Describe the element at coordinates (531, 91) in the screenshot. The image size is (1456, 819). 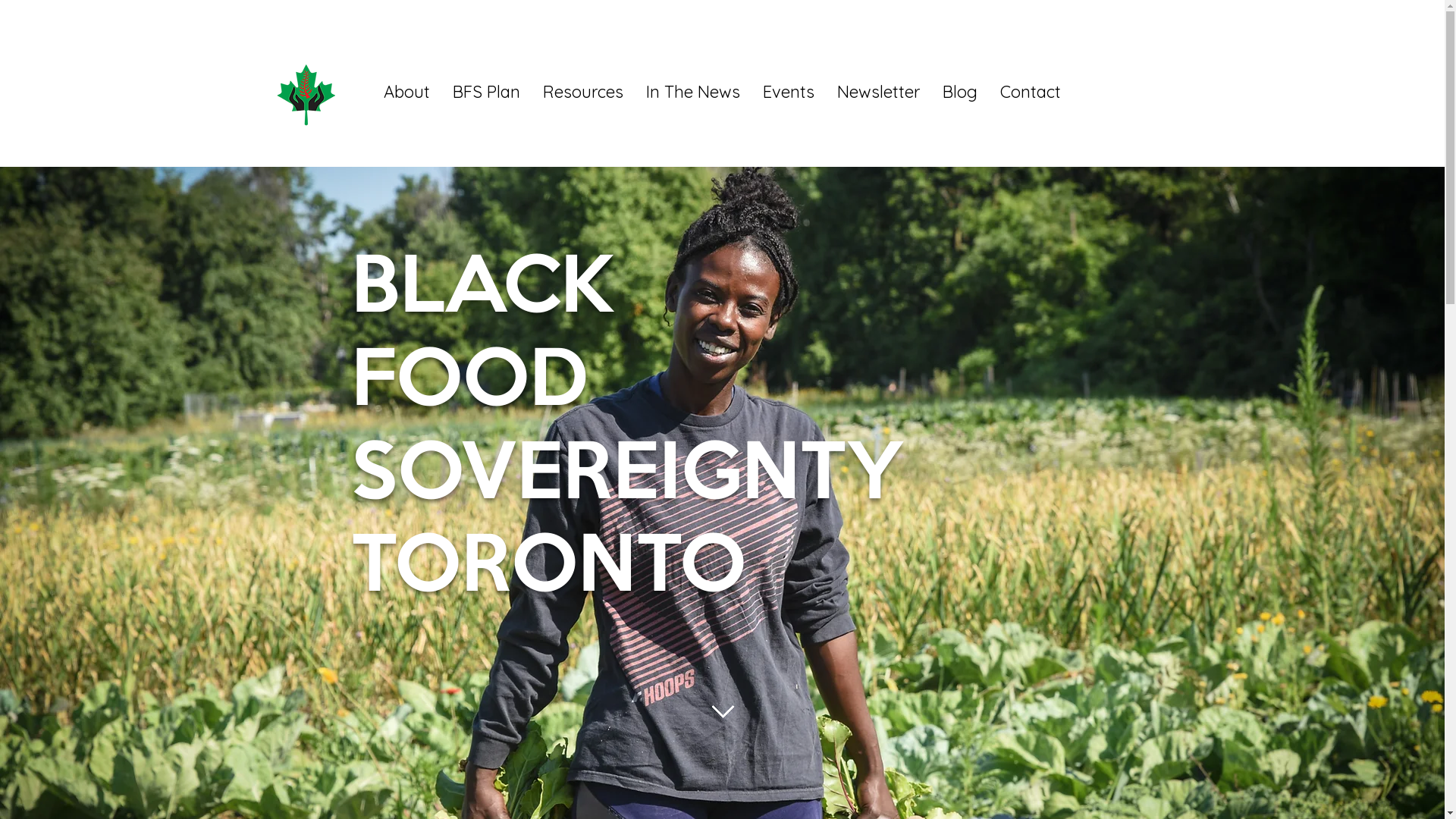
I see `'Resources'` at that location.